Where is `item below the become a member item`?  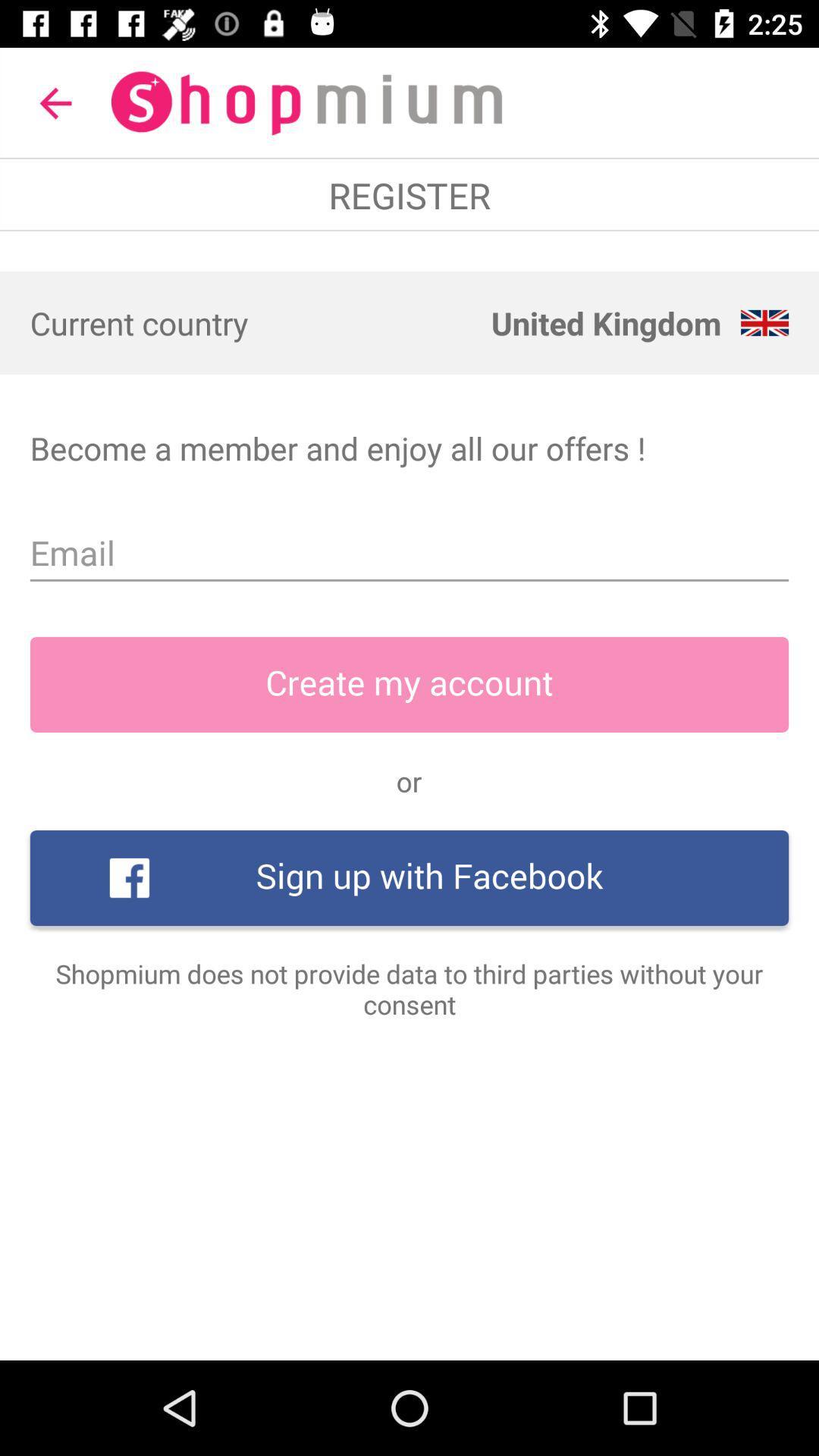
item below the become a member item is located at coordinates (409, 552).